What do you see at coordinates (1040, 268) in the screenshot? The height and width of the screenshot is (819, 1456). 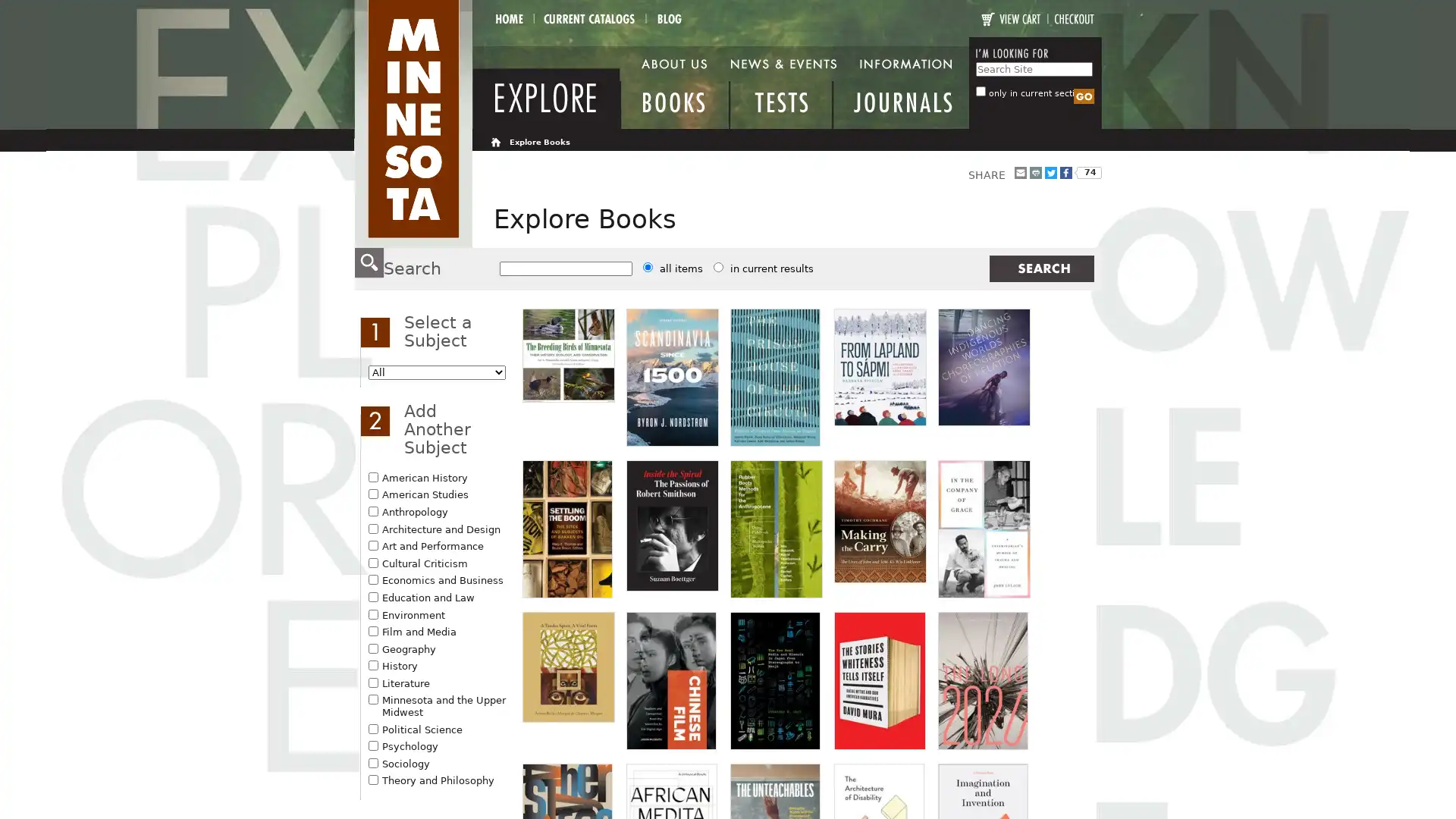 I see `Search` at bounding box center [1040, 268].